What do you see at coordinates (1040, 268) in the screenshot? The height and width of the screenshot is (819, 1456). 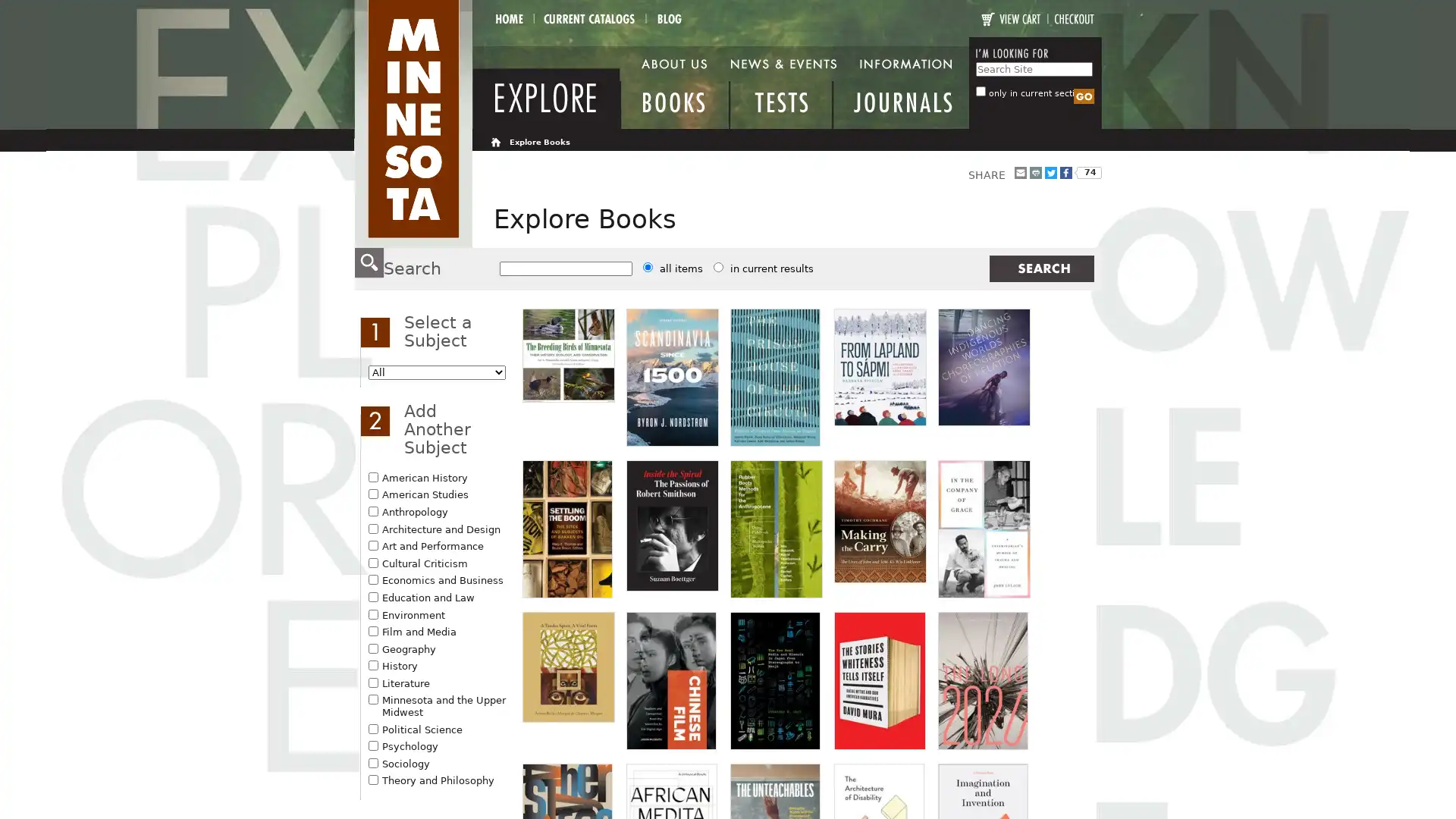 I see `Search` at bounding box center [1040, 268].